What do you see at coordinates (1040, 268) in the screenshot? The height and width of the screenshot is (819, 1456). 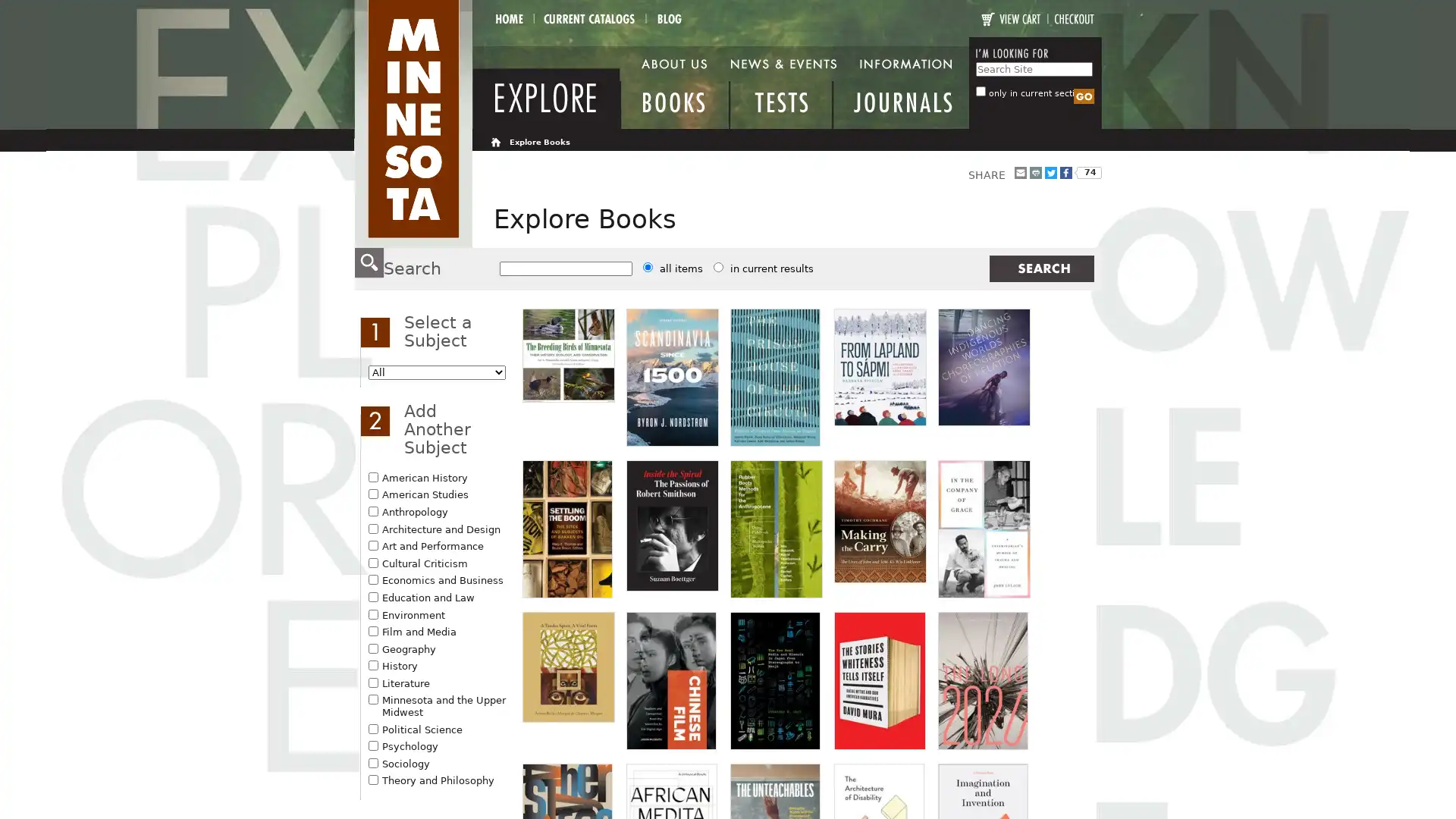 I see `Search` at bounding box center [1040, 268].